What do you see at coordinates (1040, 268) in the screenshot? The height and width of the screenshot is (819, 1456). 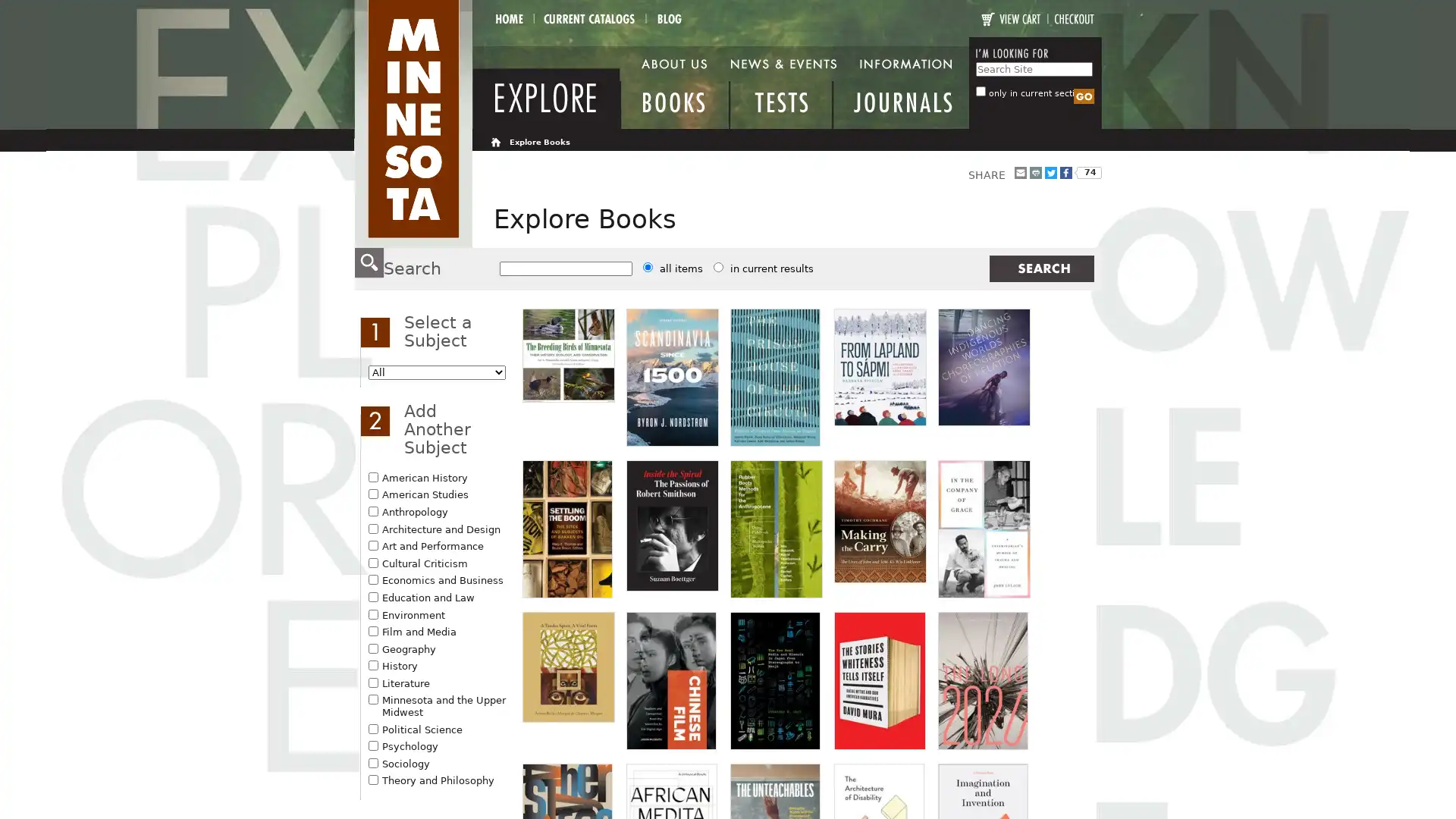 I see `Search` at bounding box center [1040, 268].